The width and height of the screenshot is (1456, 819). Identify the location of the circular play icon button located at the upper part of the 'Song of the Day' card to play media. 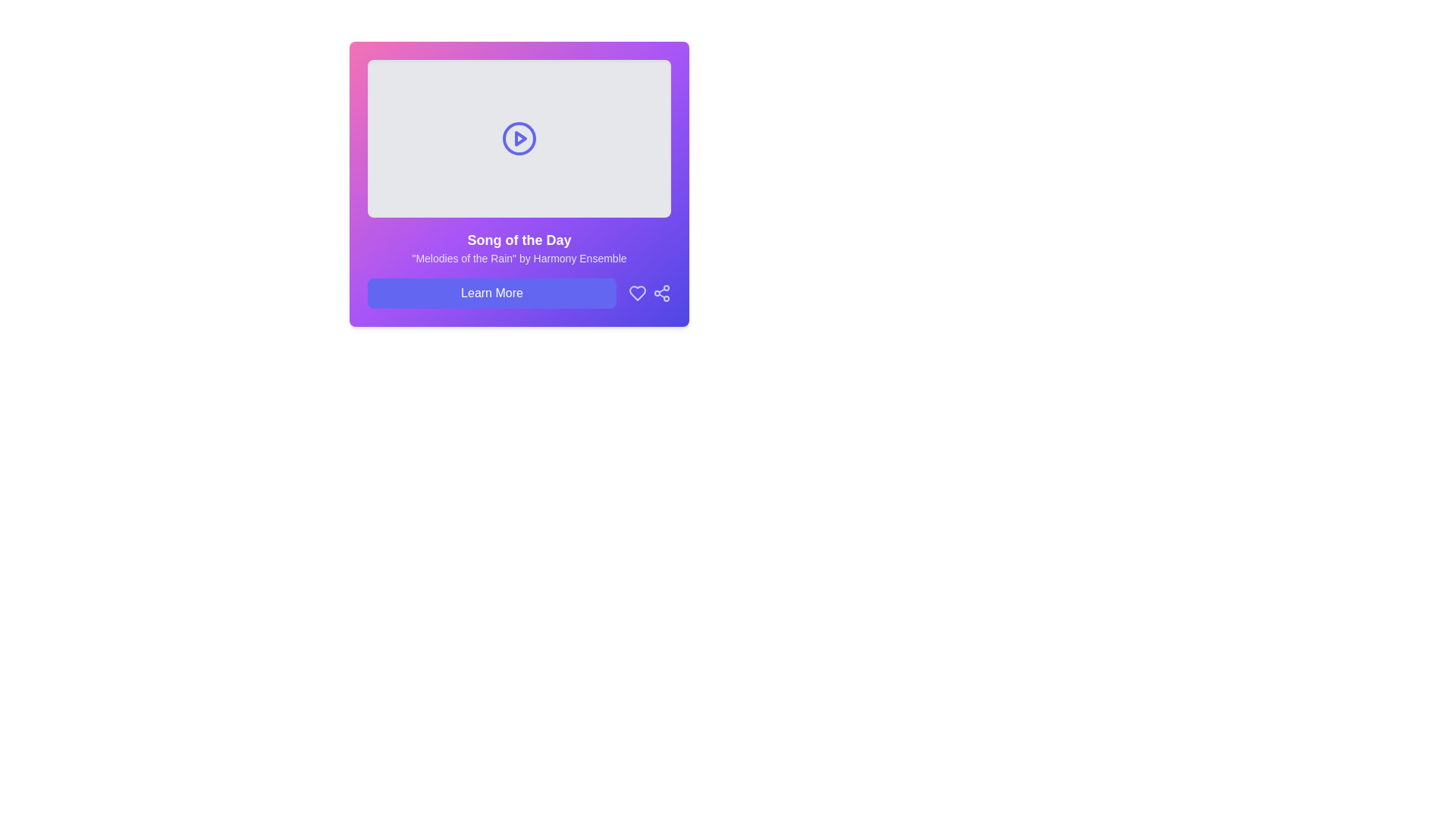
(519, 138).